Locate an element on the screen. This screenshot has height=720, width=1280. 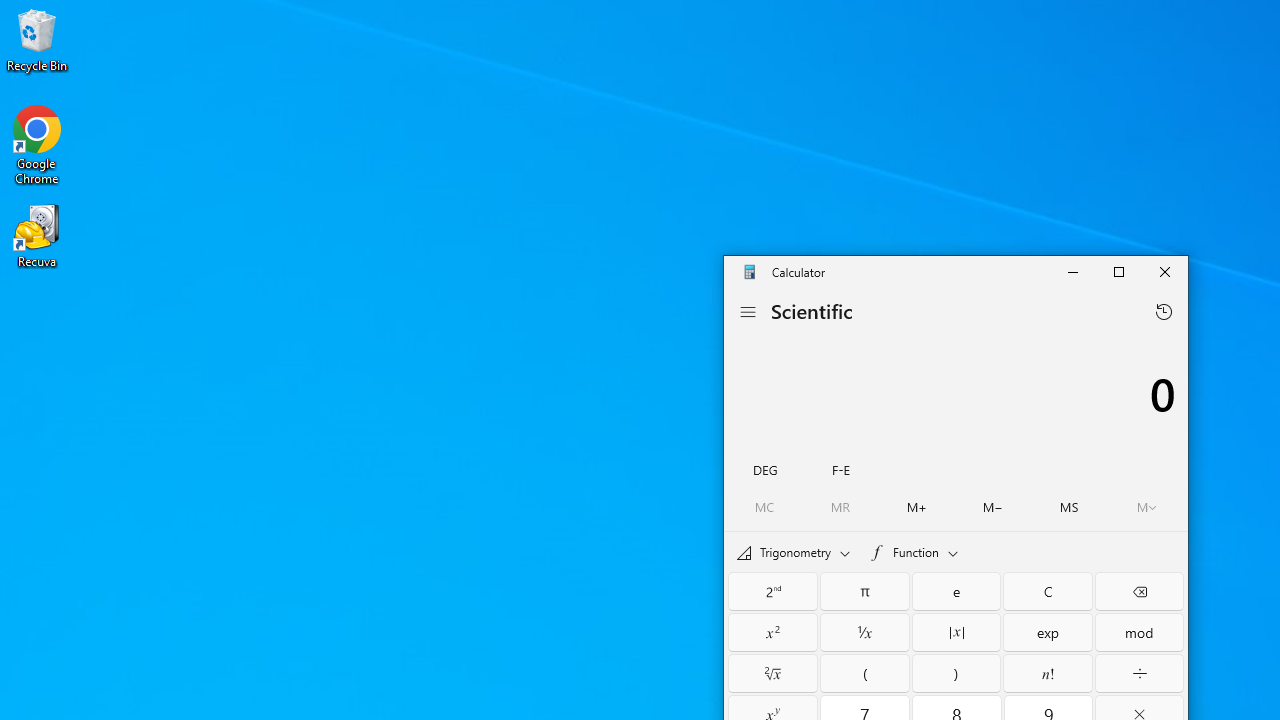
'Divide by' is located at coordinates (1139, 673).